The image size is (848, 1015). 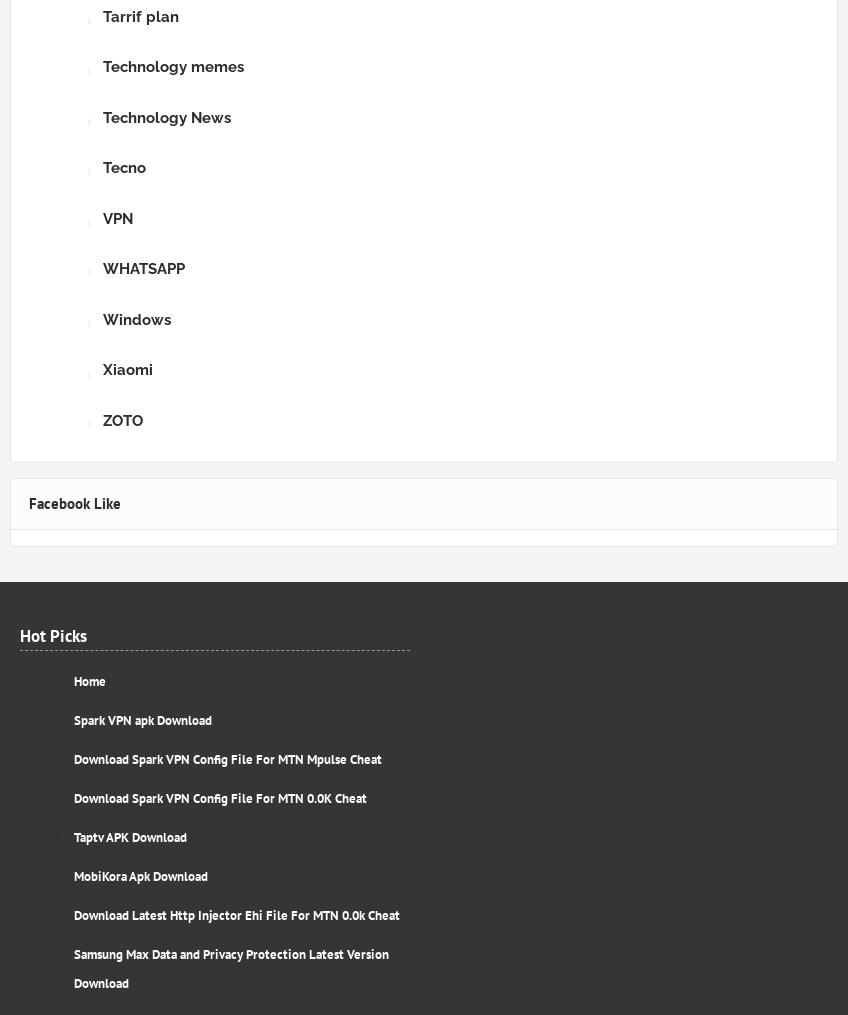 What do you see at coordinates (52, 633) in the screenshot?
I see `'Hot Picks'` at bounding box center [52, 633].